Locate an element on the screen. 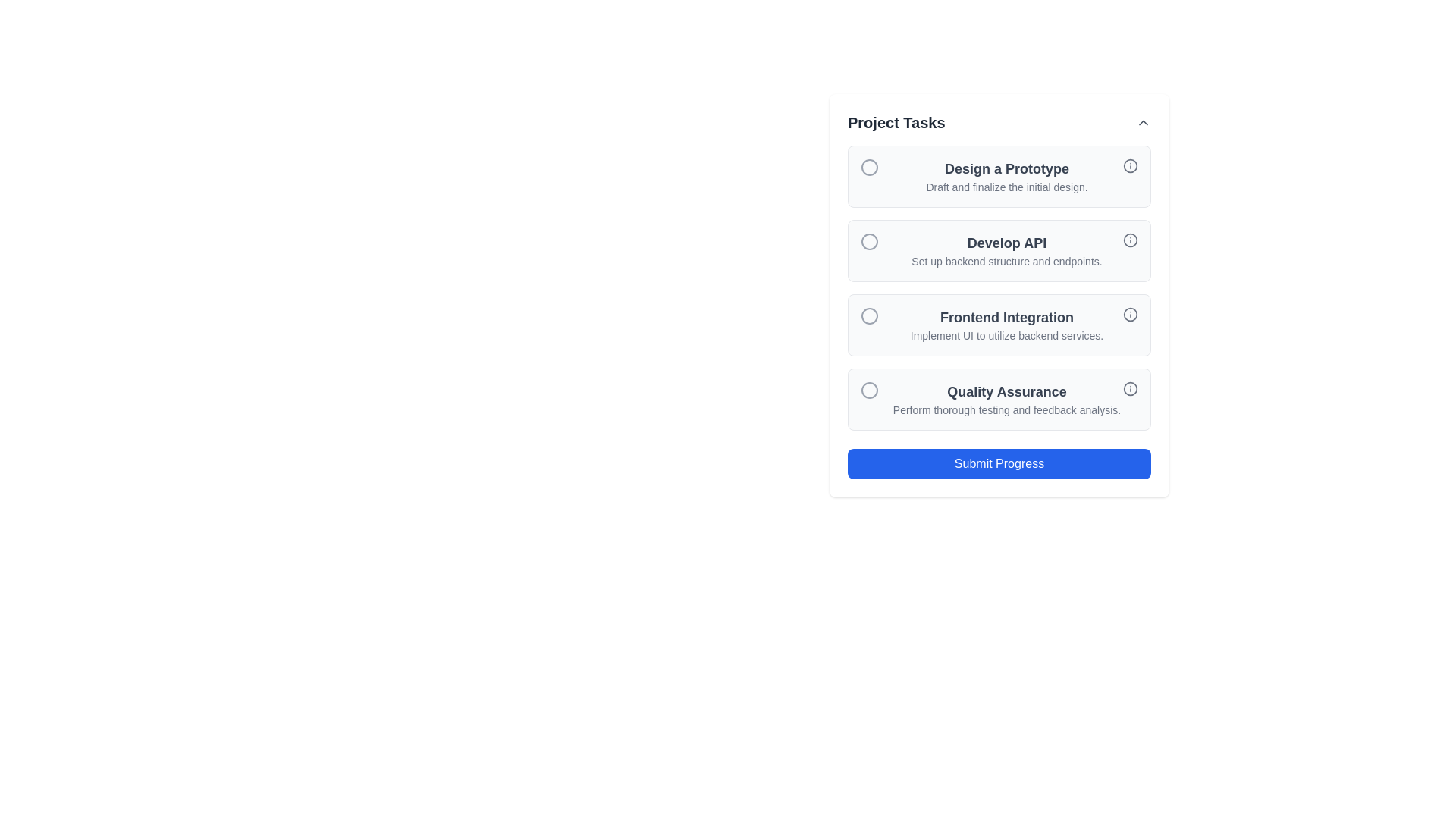 The width and height of the screenshot is (1456, 819). the text label reading 'Quality Assurance' which is styled bold, medium-large, and dark gray, positioned in the fourth box of a vertically stacked list of task options is located at coordinates (1007, 391).